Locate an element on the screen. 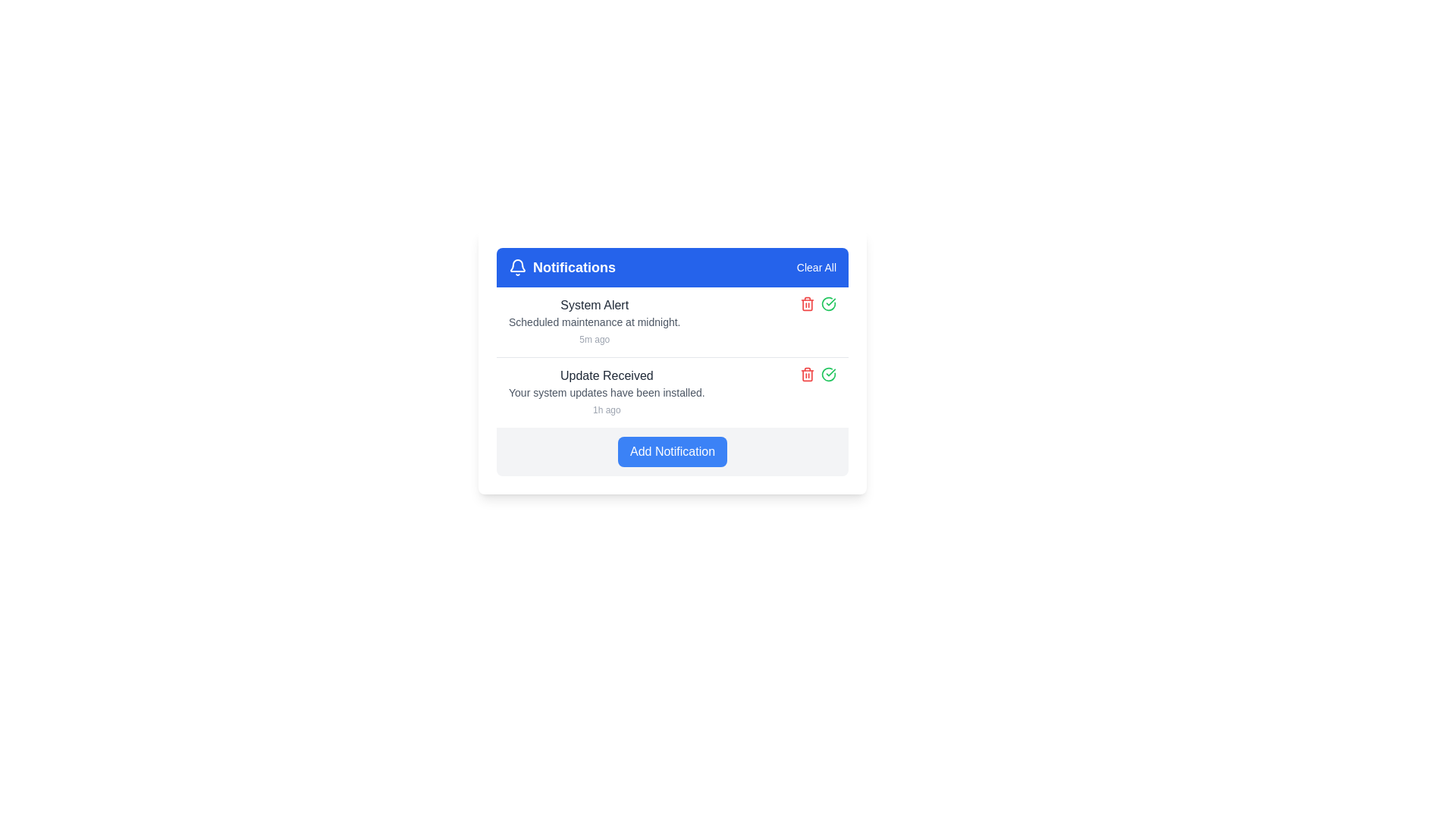  the text link to clear all notifications located in the top-right corner of the blue notification bar to underline the text is located at coordinates (815, 267).